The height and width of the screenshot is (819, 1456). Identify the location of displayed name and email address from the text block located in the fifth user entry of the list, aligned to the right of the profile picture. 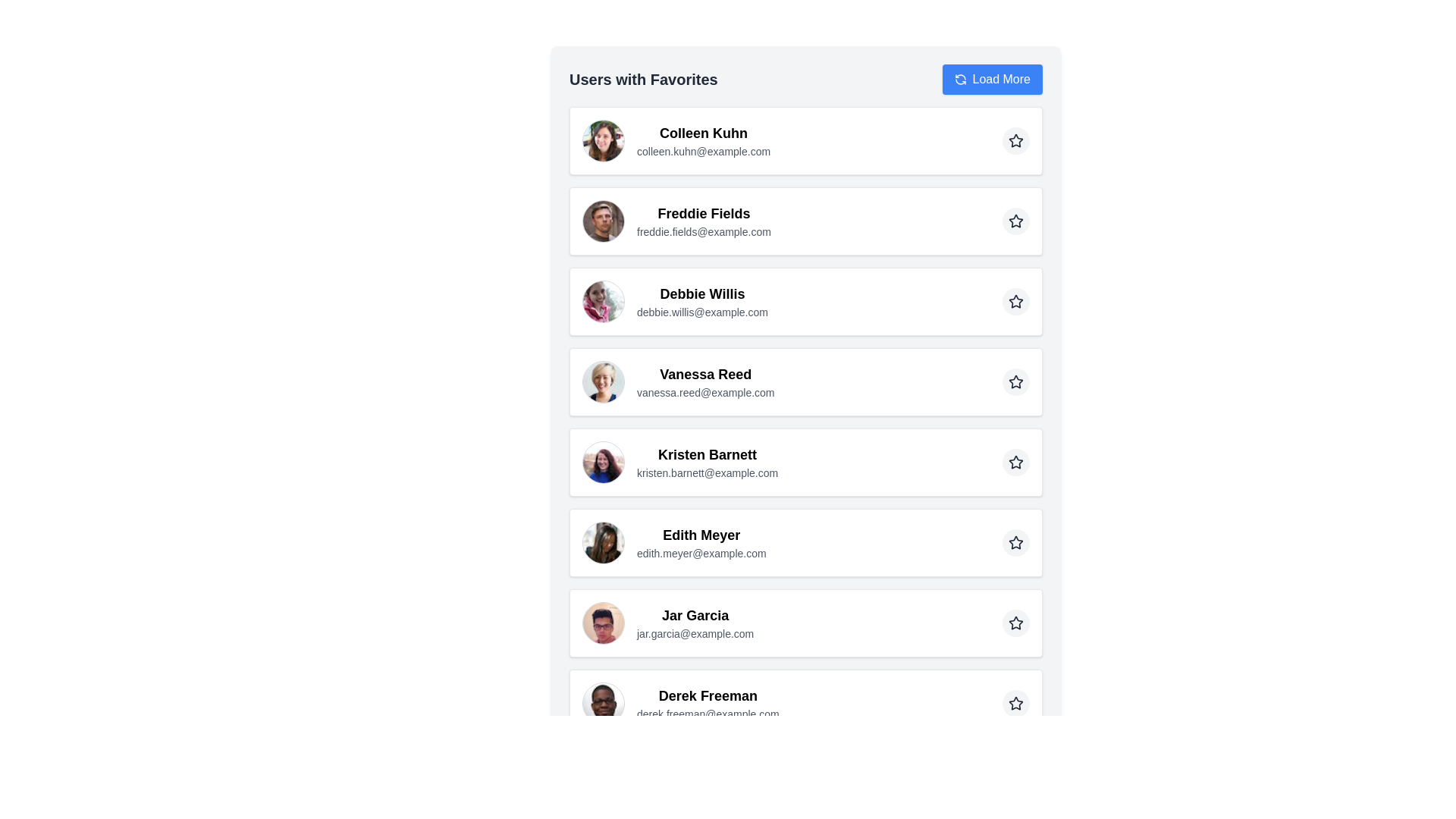
(707, 461).